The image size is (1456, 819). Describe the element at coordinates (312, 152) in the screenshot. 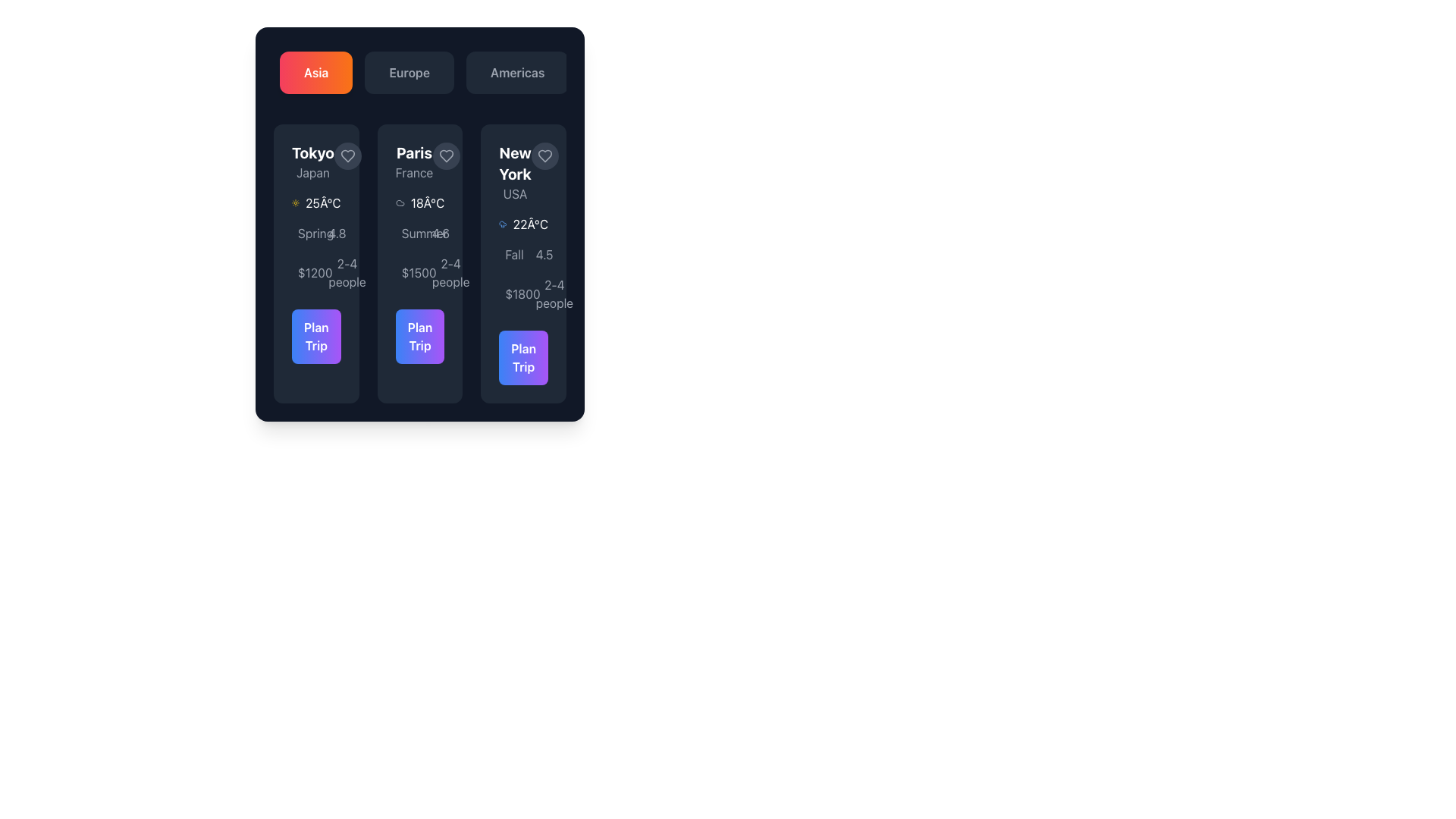

I see `the prominent bold white text label displaying 'Tokyo' located in the top-left corner of the first column, above the lighter colored text 'Japan'` at that location.